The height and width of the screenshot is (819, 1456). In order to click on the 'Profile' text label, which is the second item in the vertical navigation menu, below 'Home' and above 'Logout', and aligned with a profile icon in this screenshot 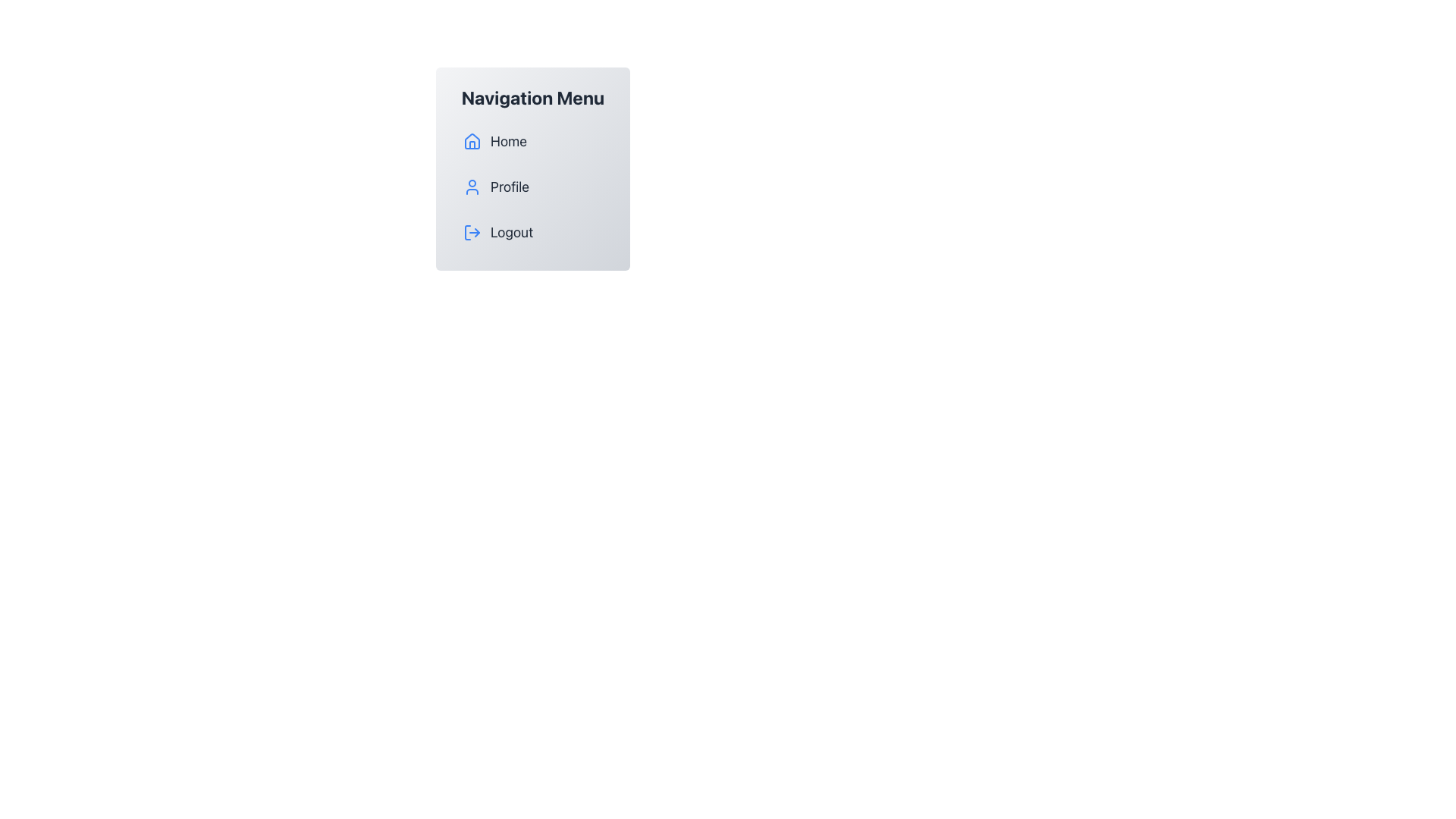, I will do `click(510, 186)`.